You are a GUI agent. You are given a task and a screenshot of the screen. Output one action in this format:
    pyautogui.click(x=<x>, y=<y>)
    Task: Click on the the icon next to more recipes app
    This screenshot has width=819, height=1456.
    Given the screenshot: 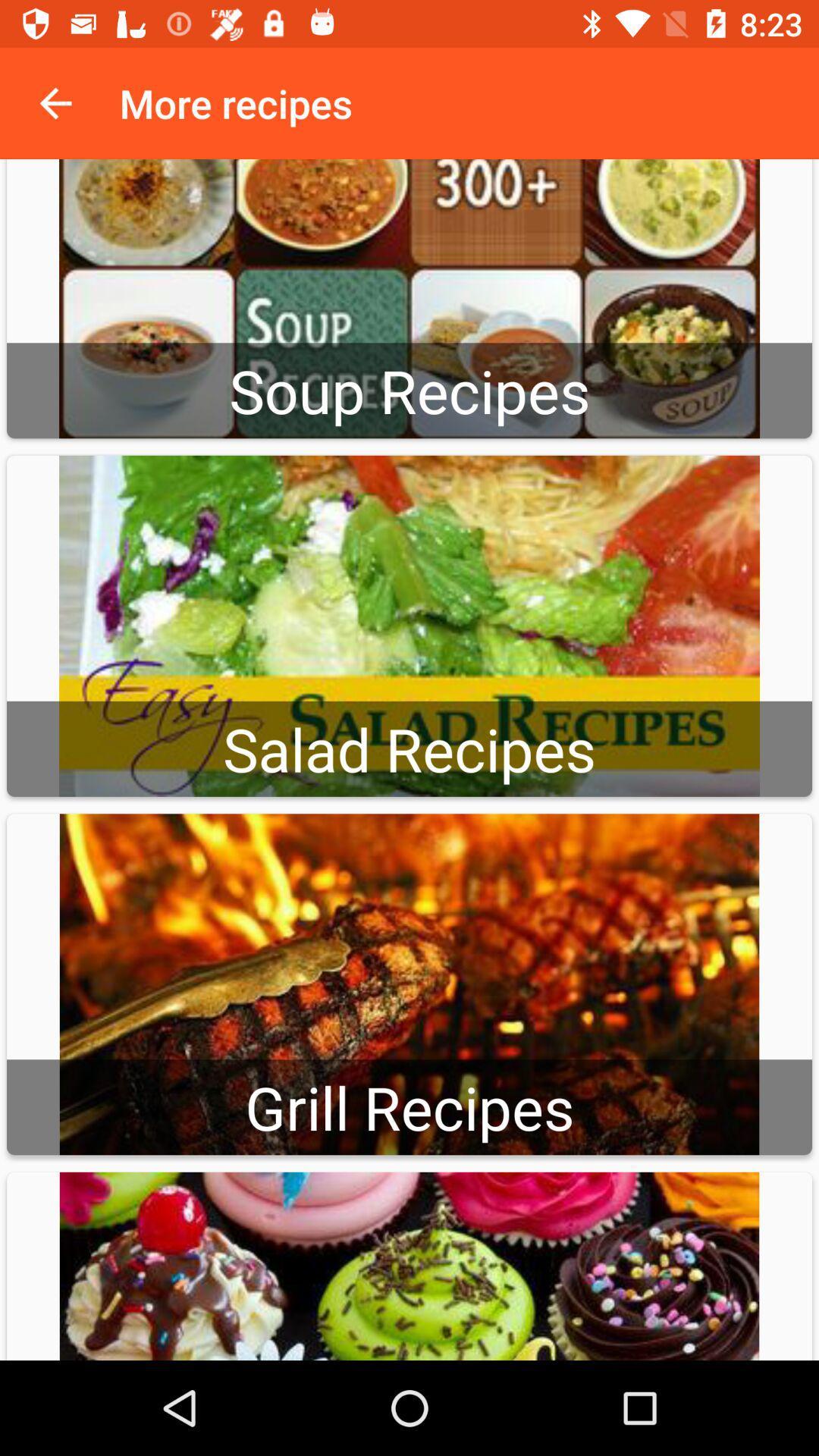 What is the action you would take?
    pyautogui.click(x=55, y=102)
    